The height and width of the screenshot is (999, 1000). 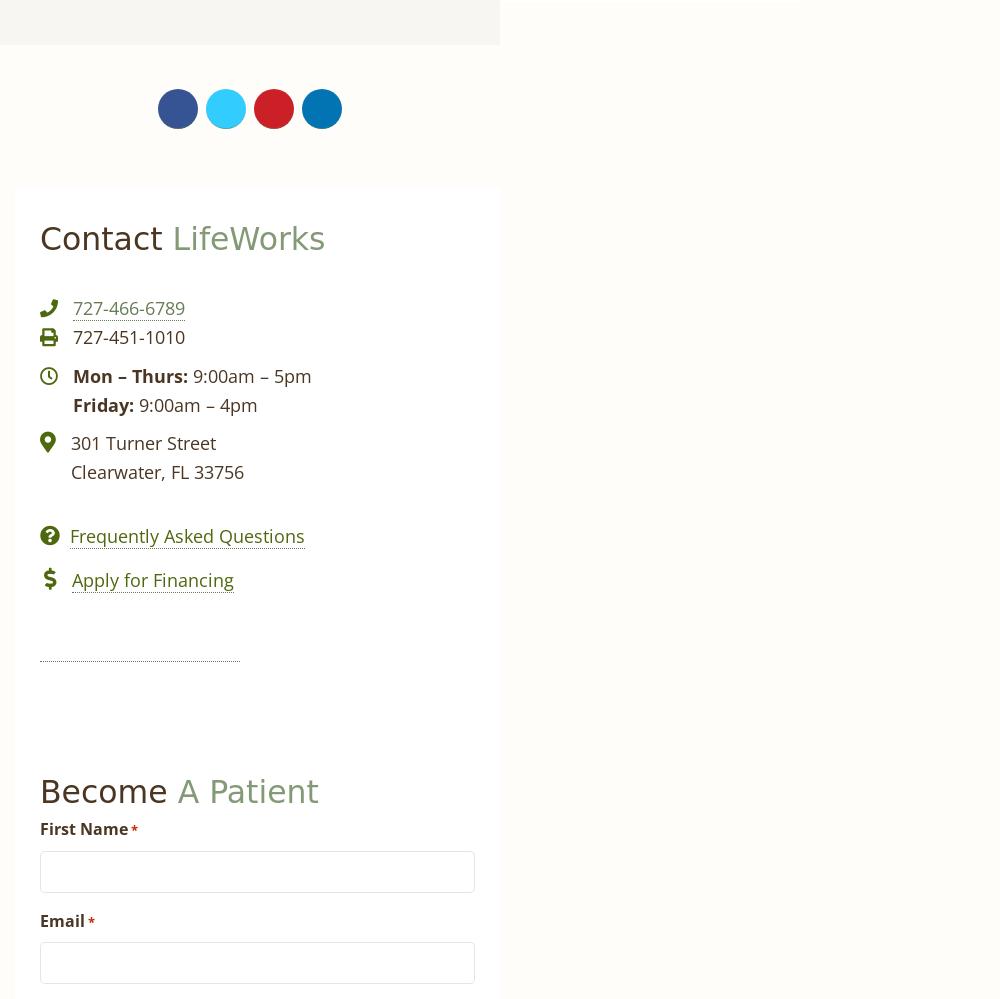 What do you see at coordinates (40, 791) in the screenshot?
I see `'Become'` at bounding box center [40, 791].